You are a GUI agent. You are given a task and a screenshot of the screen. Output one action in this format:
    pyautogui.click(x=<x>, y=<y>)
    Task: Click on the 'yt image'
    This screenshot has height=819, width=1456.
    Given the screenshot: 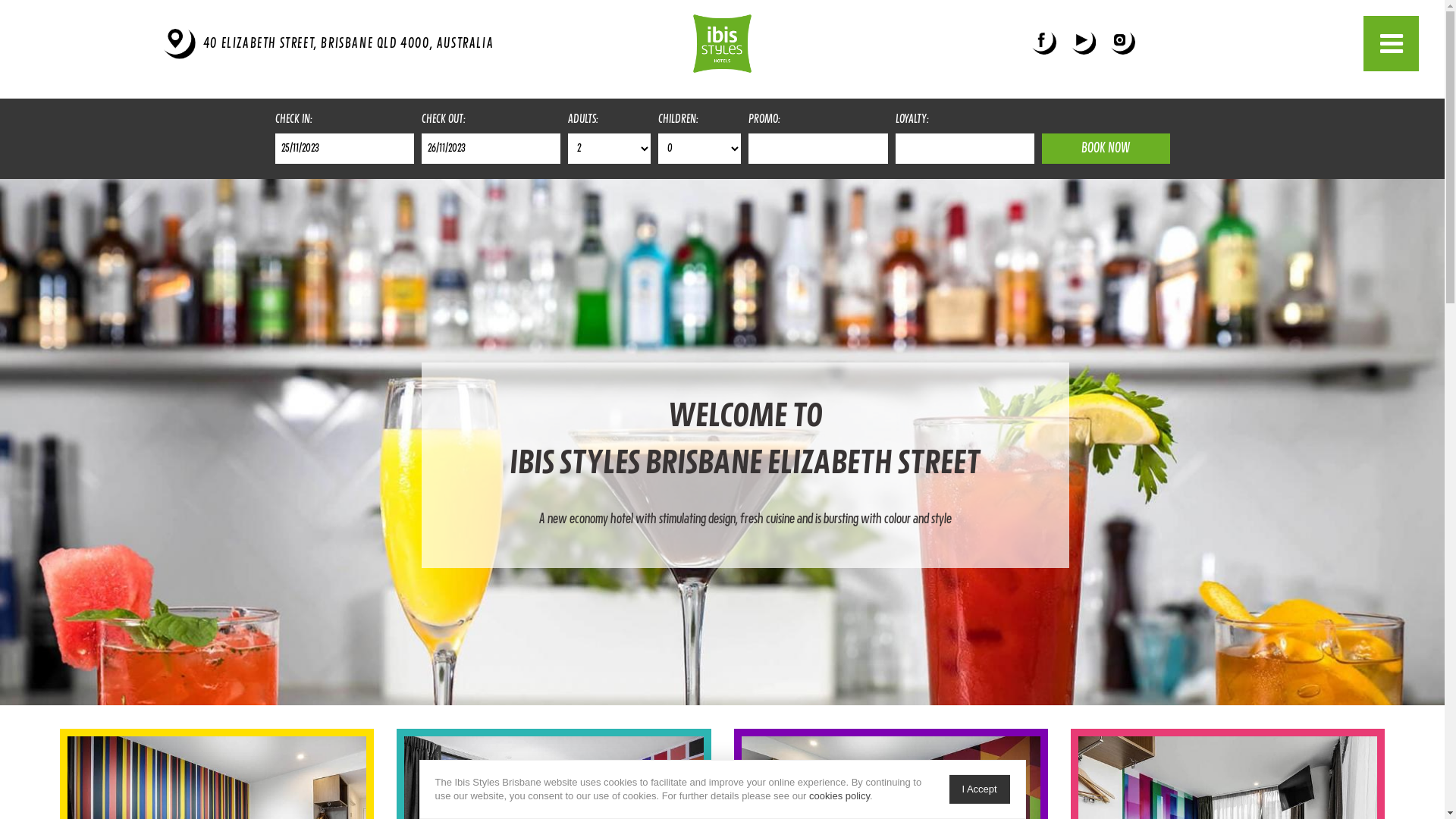 What is the action you would take?
    pyautogui.click(x=1070, y=42)
    